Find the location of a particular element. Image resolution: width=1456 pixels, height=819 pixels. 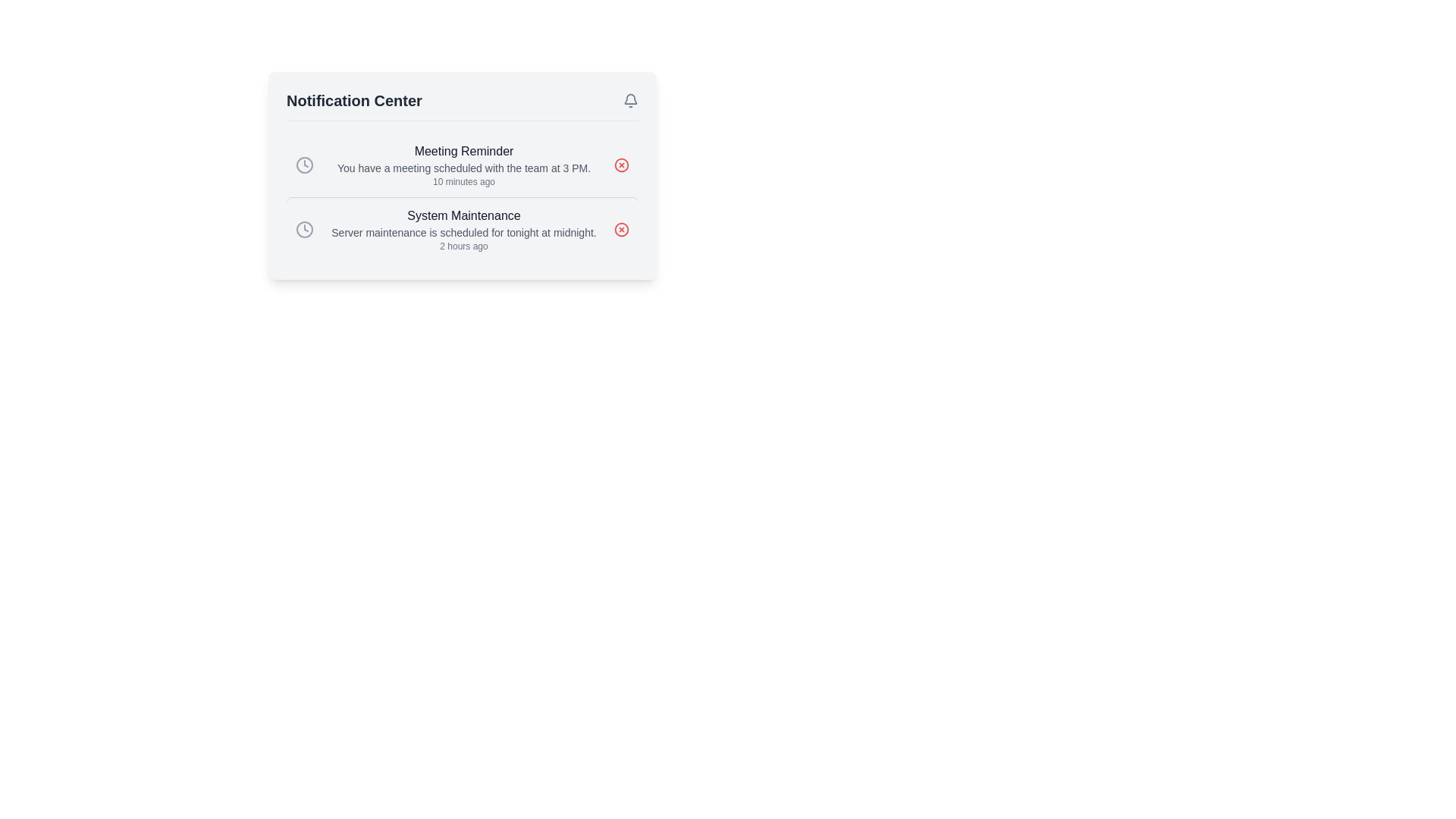

the central carved-out part of the bell-shaped SVG icon with a hollow gray outline is located at coordinates (630, 99).